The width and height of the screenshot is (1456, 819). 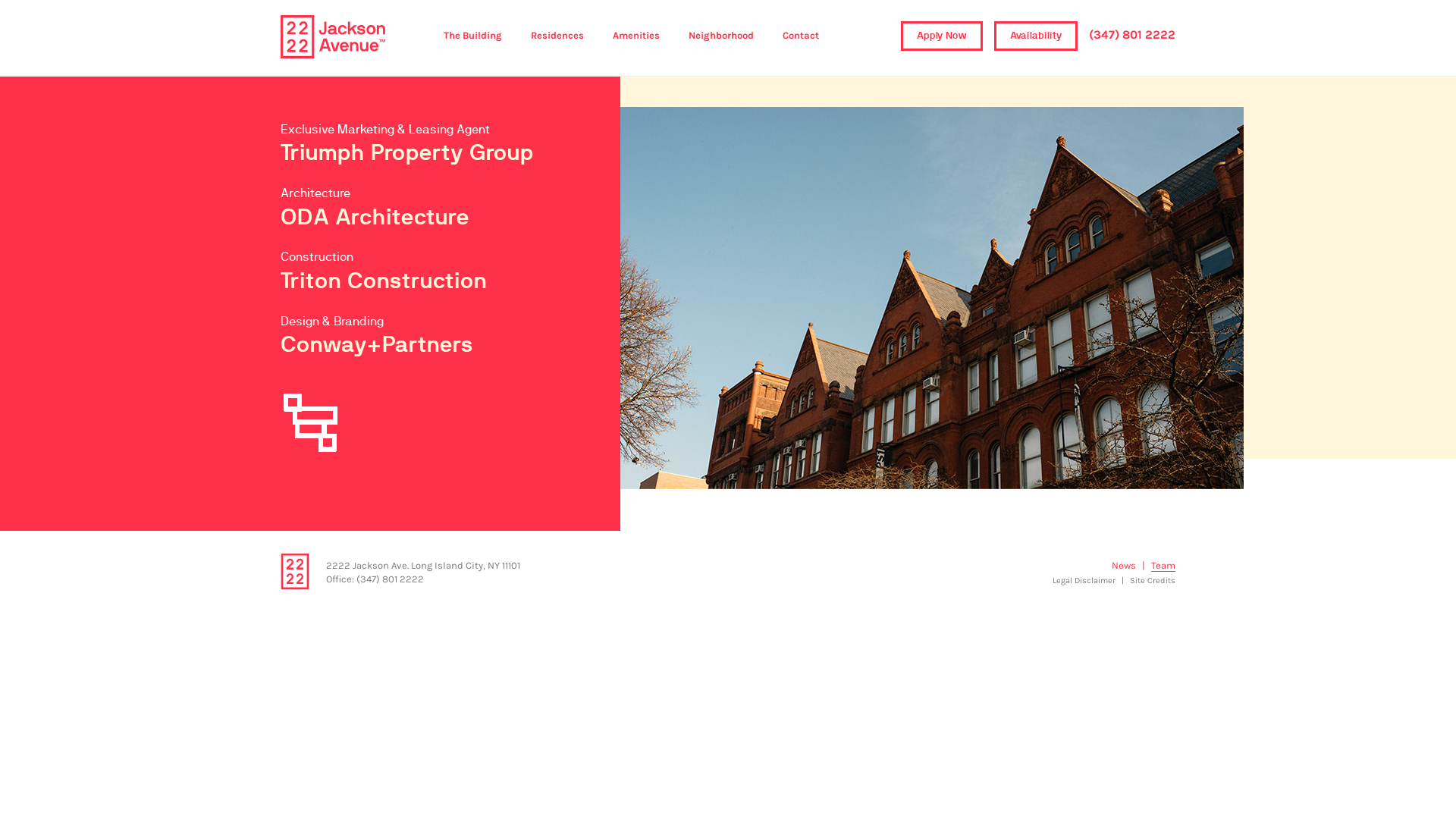 I want to click on 'News', so click(x=1124, y=565).